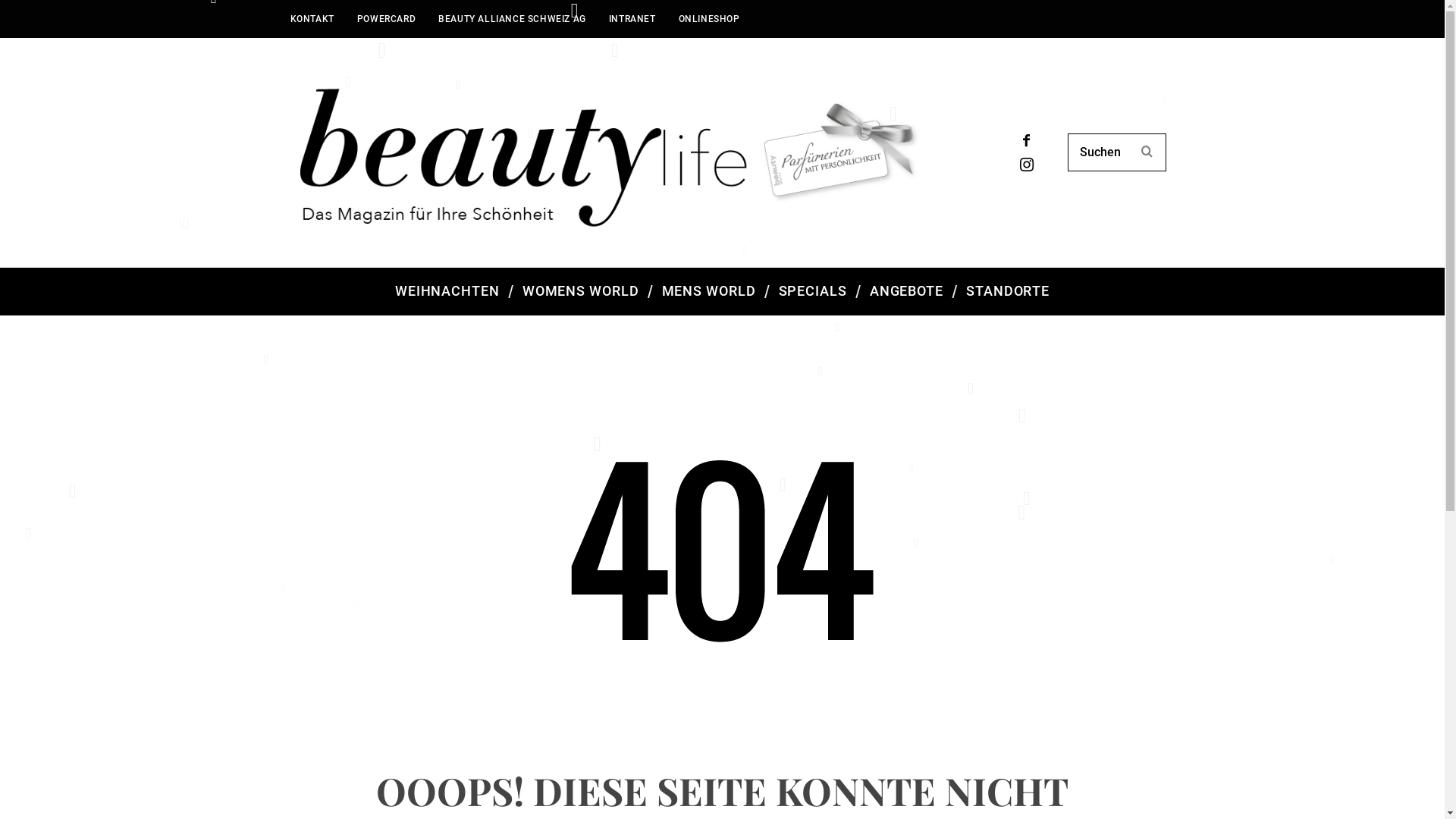  What do you see at coordinates (708, 291) in the screenshot?
I see `'MENS WORLD'` at bounding box center [708, 291].